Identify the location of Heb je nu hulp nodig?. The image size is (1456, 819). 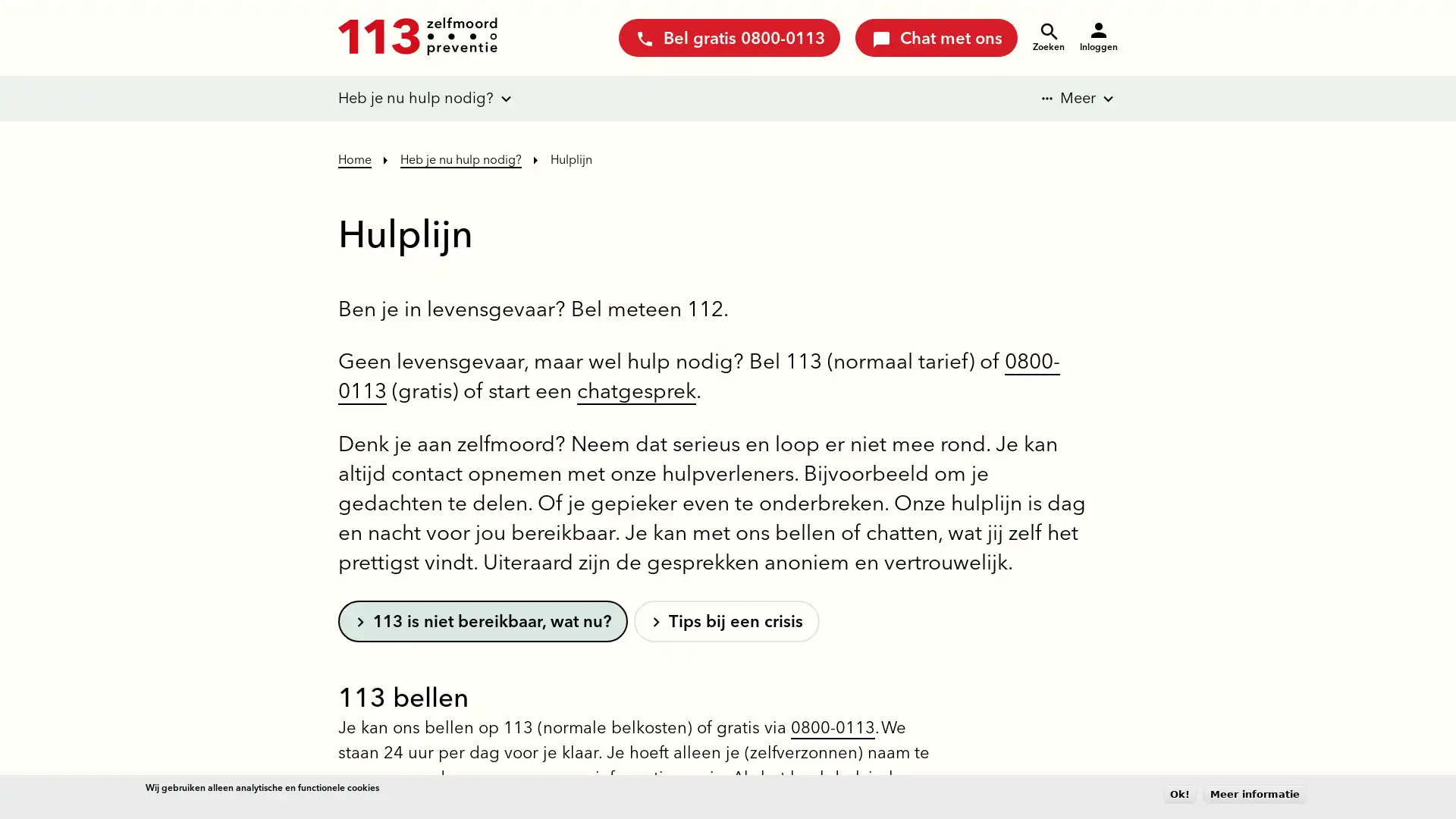
(416, 99).